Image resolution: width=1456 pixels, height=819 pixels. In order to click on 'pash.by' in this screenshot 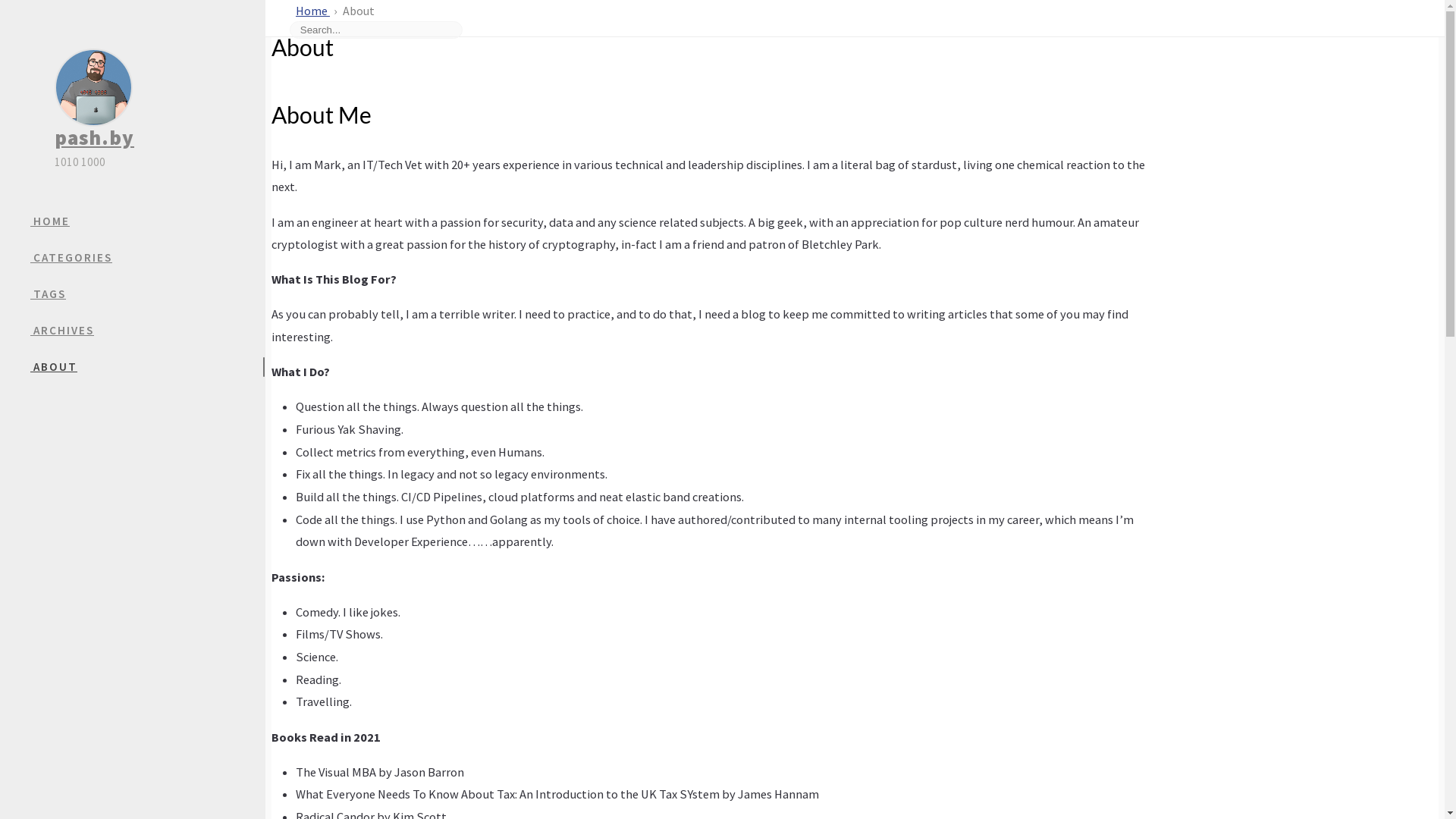, I will do `click(93, 137)`.